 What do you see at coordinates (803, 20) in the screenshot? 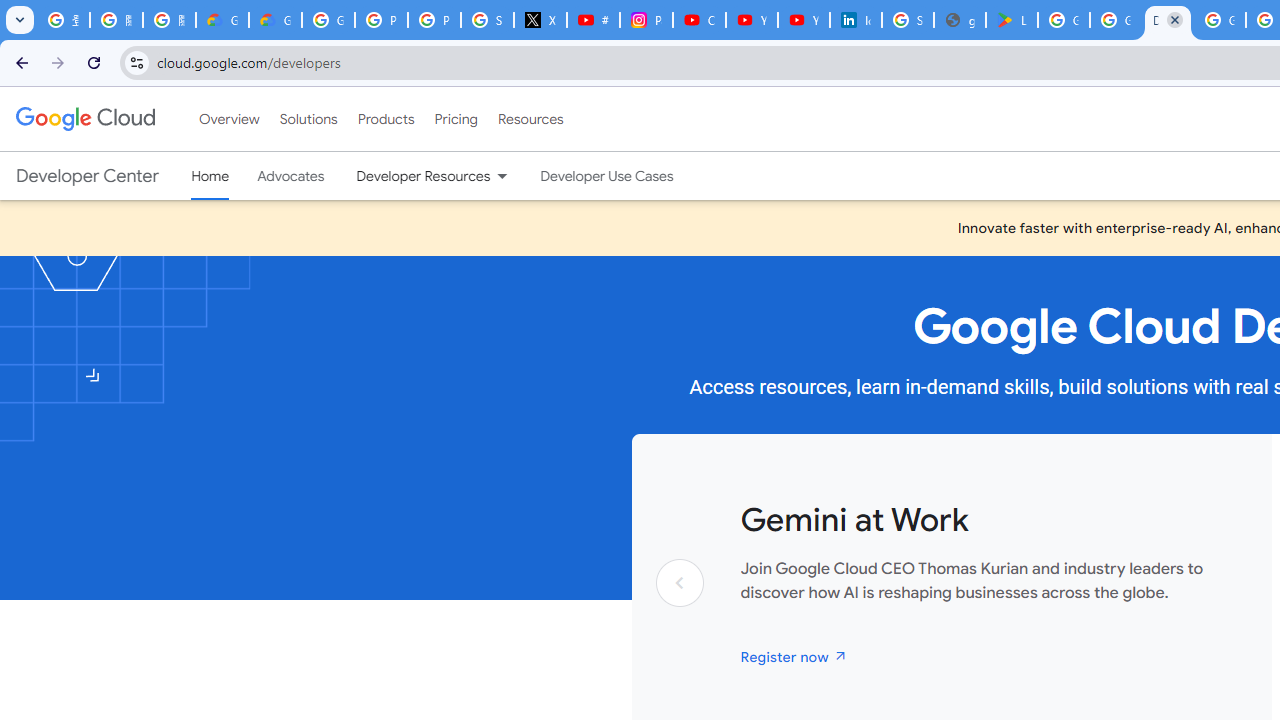
I see `'YouTube Culture & Trends - YouTube Top 10, 2021'` at bounding box center [803, 20].